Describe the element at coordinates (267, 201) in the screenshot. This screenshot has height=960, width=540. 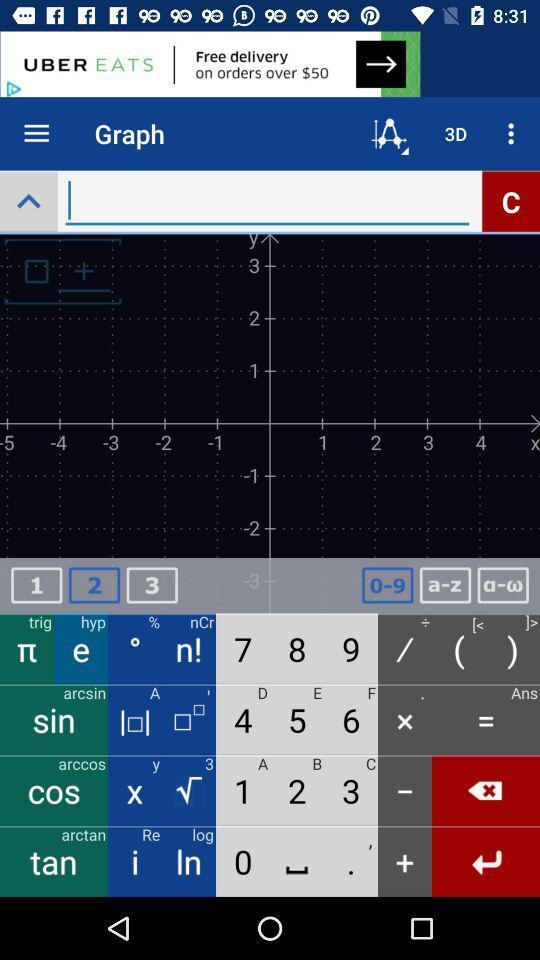
I see `words and search` at that location.